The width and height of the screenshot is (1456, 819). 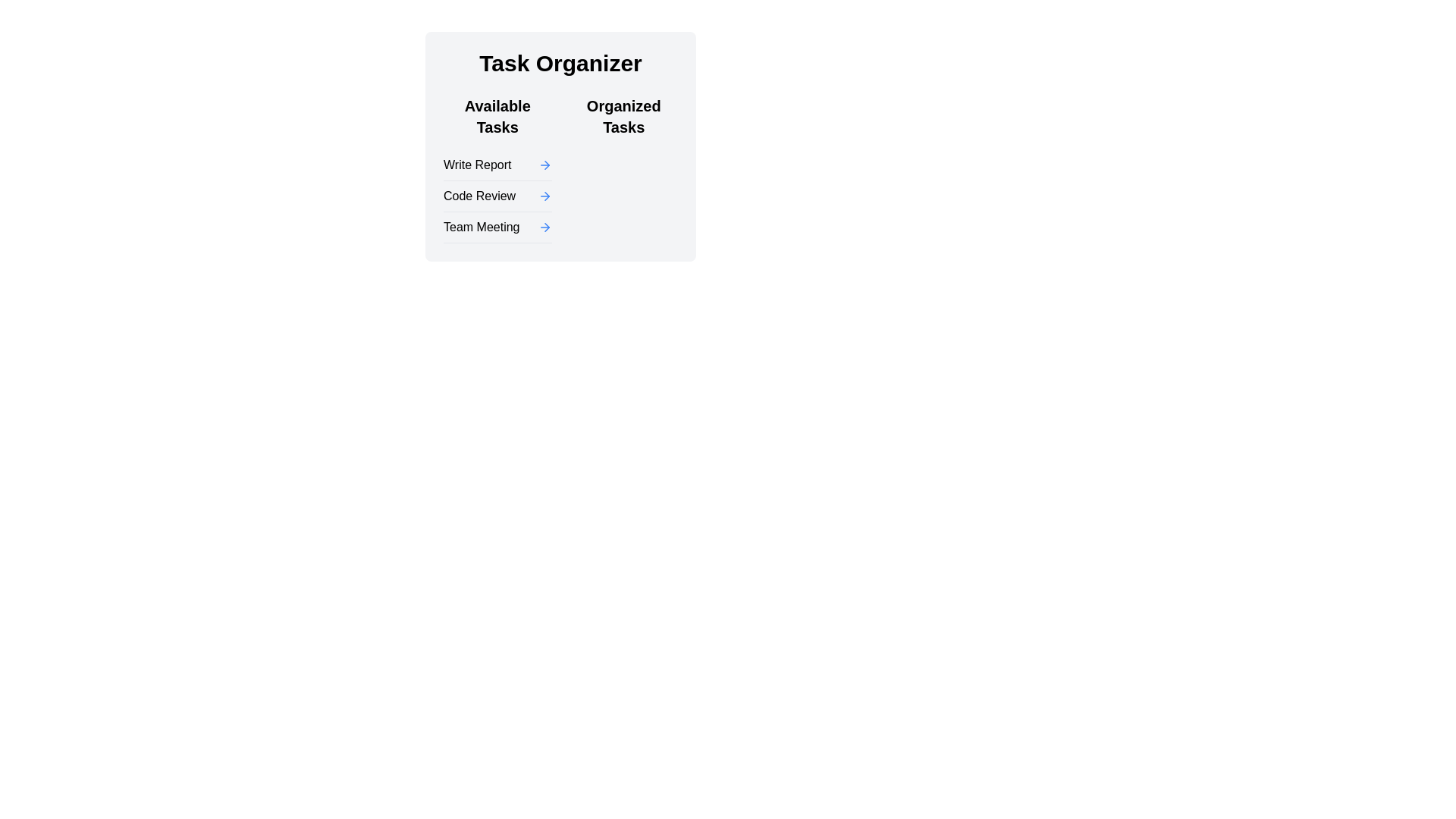 I want to click on the 'Write Report' text in the first row of the 'Available Tasks' list in the 'Task Organizer' interface, so click(x=497, y=165).